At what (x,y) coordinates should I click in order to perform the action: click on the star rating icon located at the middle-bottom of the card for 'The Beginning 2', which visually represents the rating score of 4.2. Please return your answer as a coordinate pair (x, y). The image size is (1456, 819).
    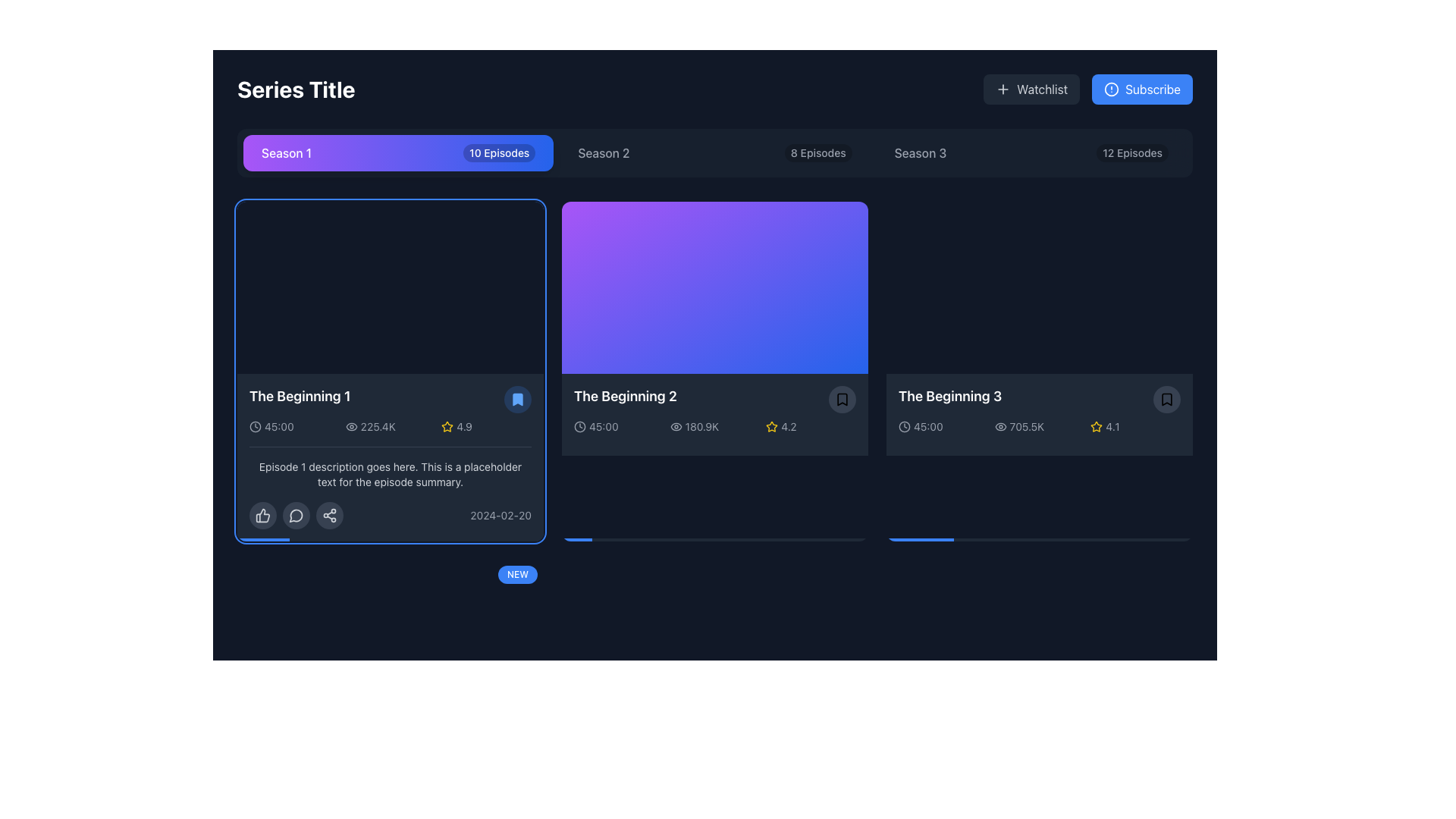
    Looking at the image, I should click on (772, 427).